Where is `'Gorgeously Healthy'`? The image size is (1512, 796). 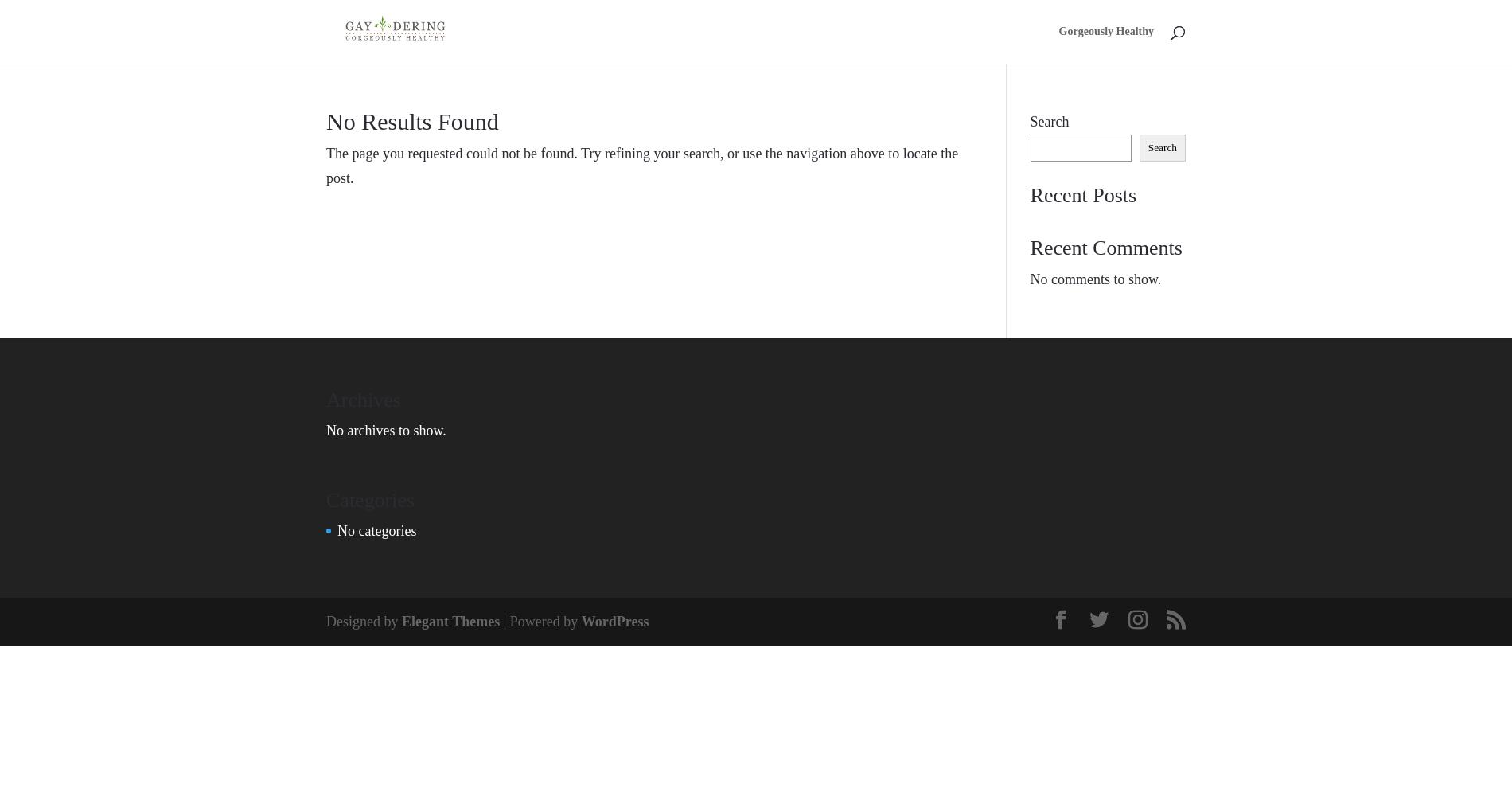 'Gorgeously Healthy' is located at coordinates (1105, 31).